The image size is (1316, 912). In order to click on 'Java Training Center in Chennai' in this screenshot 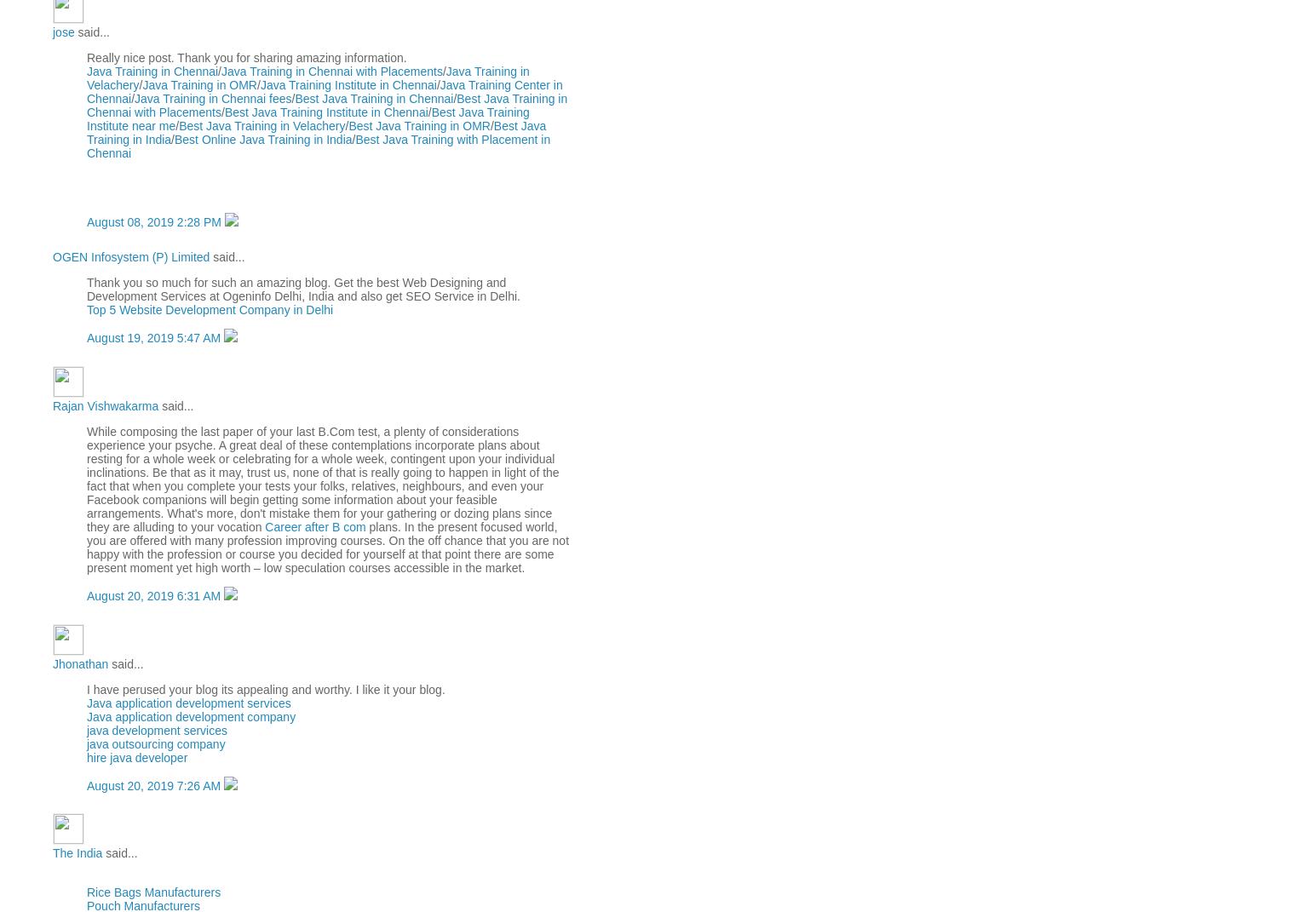, I will do `click(323, 91)`.